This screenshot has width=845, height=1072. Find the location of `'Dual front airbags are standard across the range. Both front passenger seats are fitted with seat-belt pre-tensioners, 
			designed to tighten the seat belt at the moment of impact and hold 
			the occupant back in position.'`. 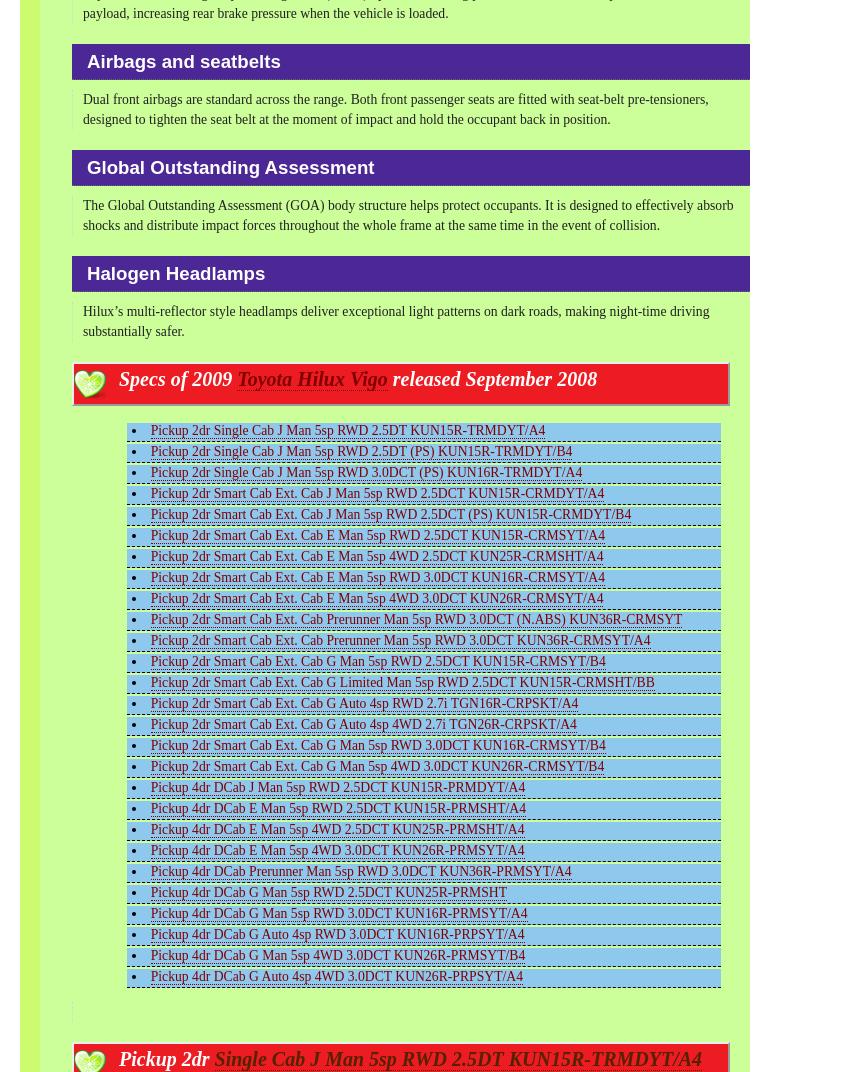

'Dual front airbags are standard across the range. Both front passenger seats are fitted with seat-belt pre-tensioners, 
			designed to tighten the seat belt at the moment of impact and hold 
			the occupant back in position.' is located at coordinates (394, 109).